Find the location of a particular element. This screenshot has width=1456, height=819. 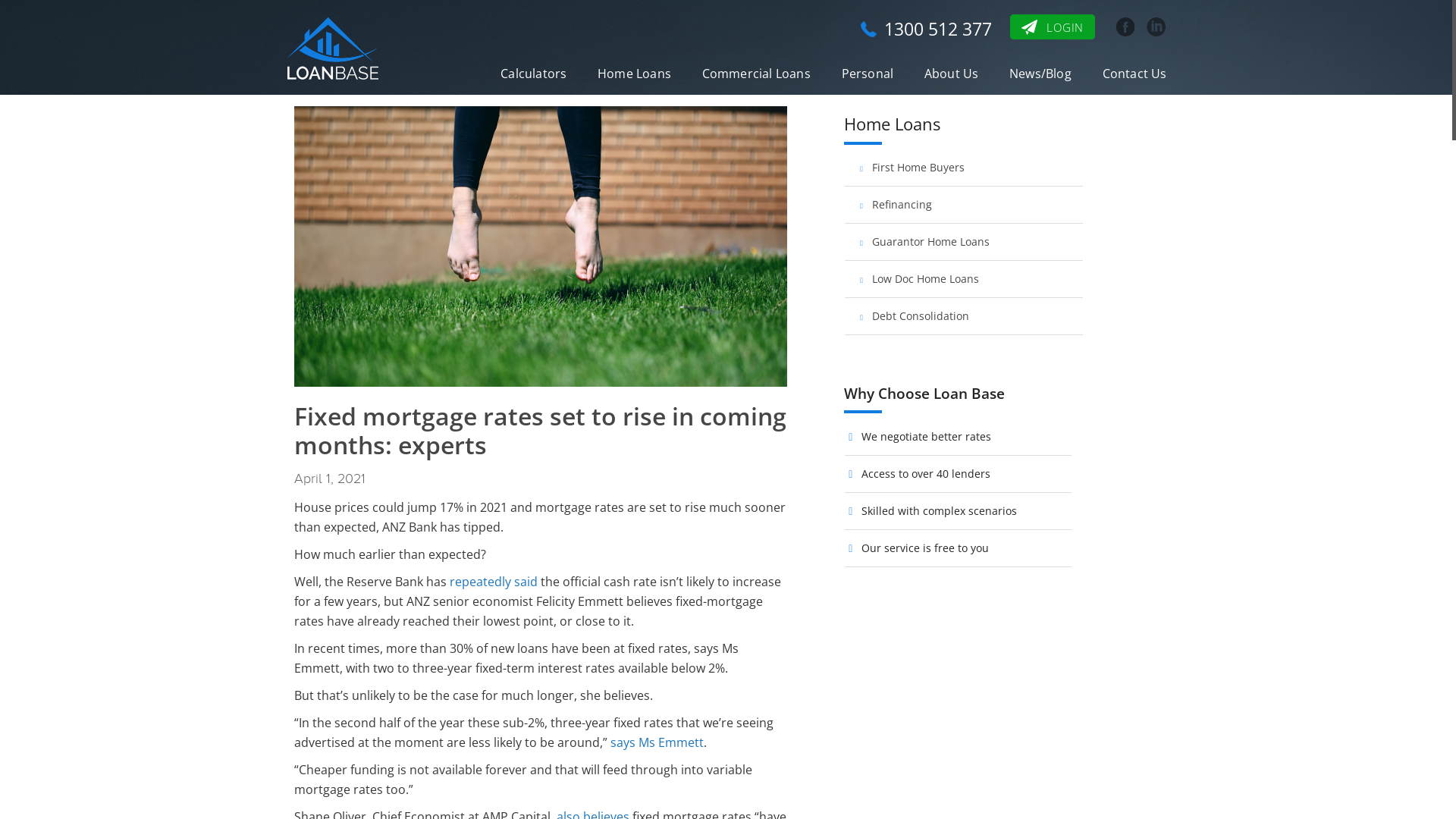

'says Ms Emmett' is located at coordinates (656, 742).